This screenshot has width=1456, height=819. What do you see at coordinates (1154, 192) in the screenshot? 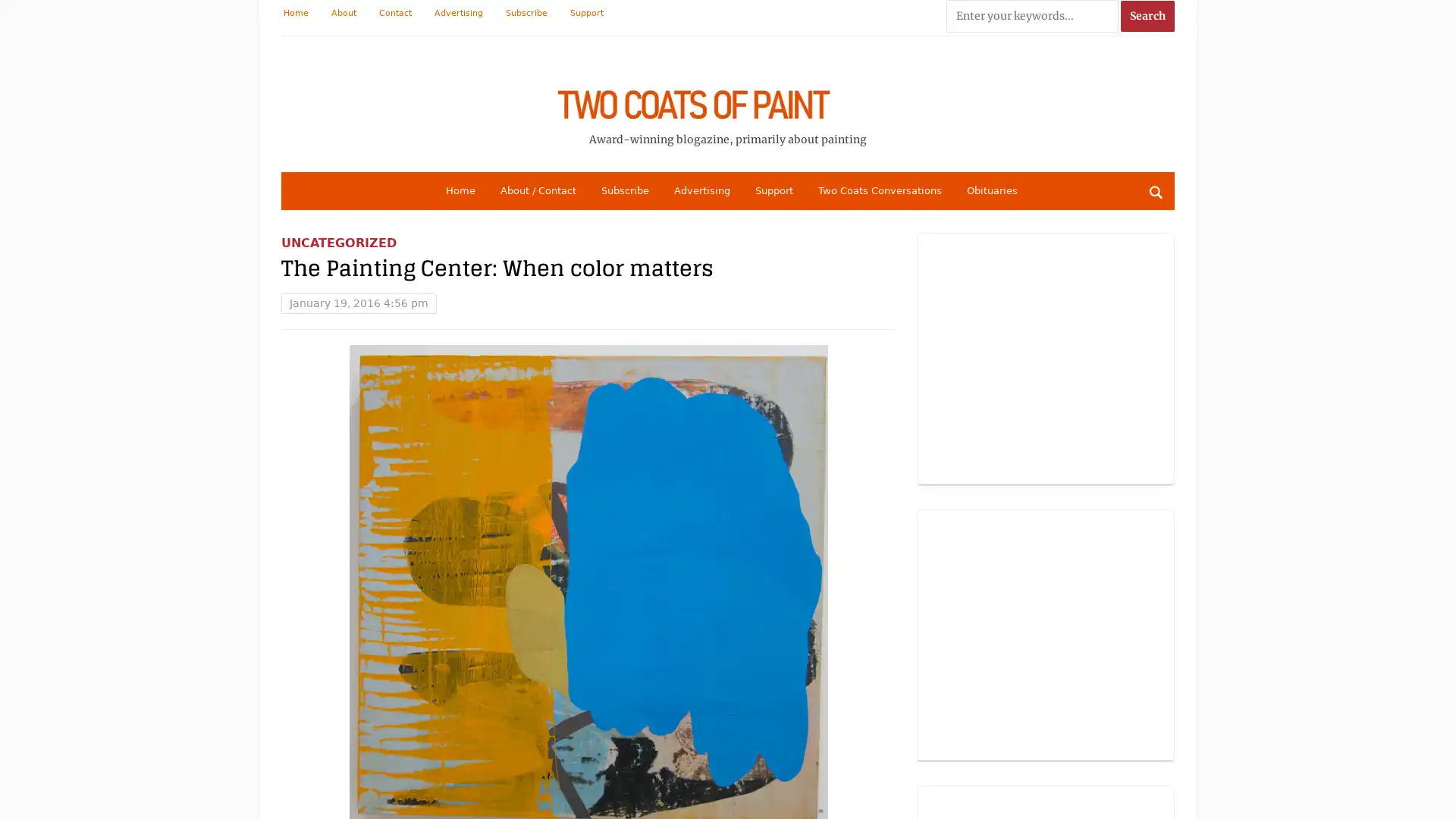
I see `Search` at bounding box center [1154, 192].